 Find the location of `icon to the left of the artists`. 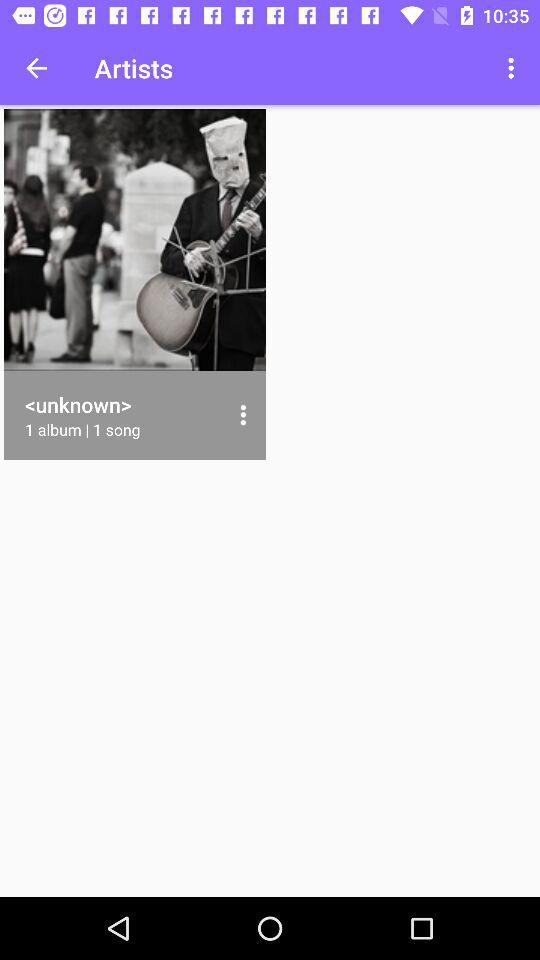

icon to the left of the artists is located at coordinates (36, 68).